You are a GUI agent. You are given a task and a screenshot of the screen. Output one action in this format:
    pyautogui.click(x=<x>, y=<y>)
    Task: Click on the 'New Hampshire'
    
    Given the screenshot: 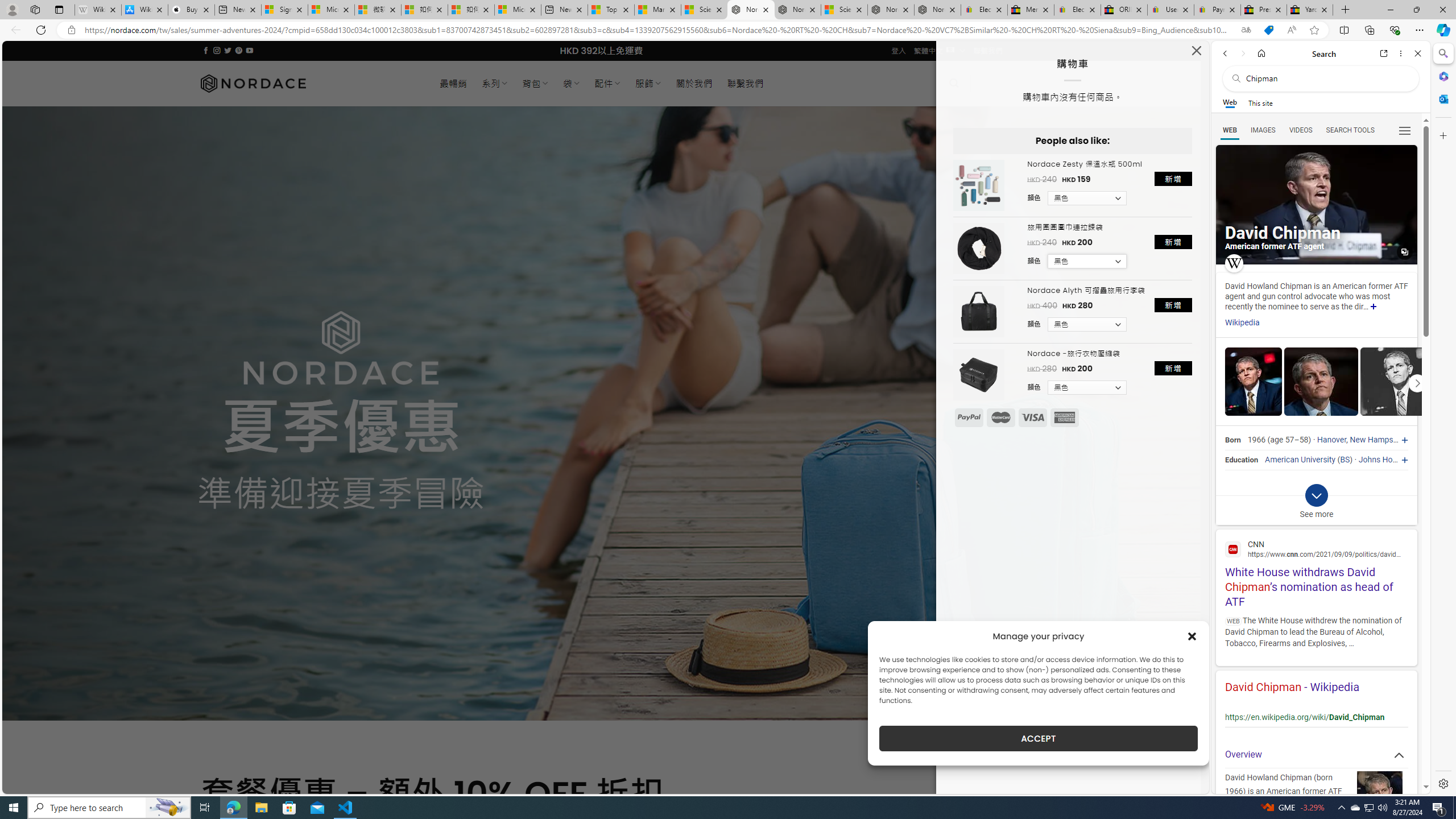 What is the action you would take?
    pyautogui.click(x=1378, y=440)
    